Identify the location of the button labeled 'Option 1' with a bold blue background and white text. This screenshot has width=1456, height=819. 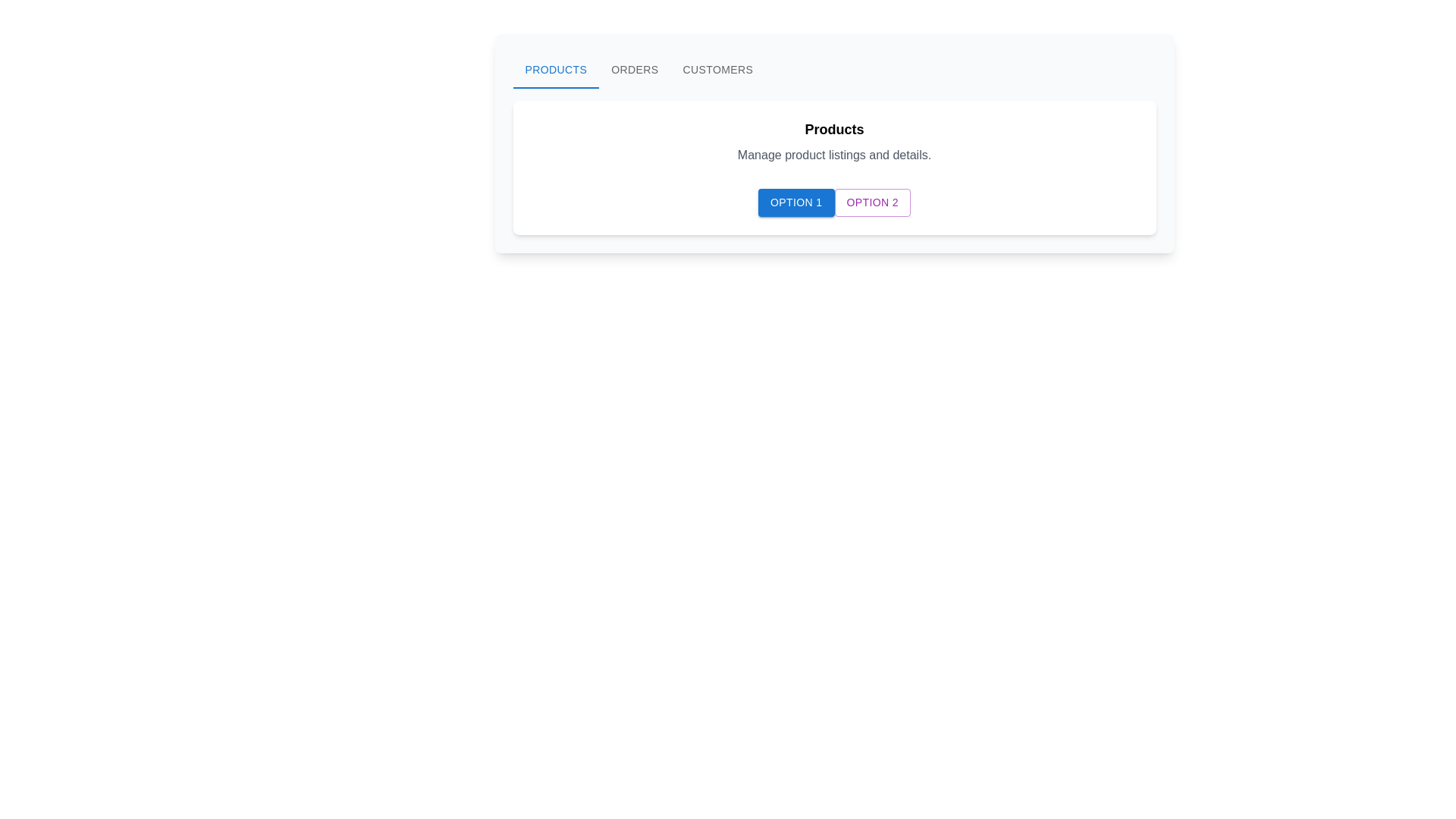
(795, 202).